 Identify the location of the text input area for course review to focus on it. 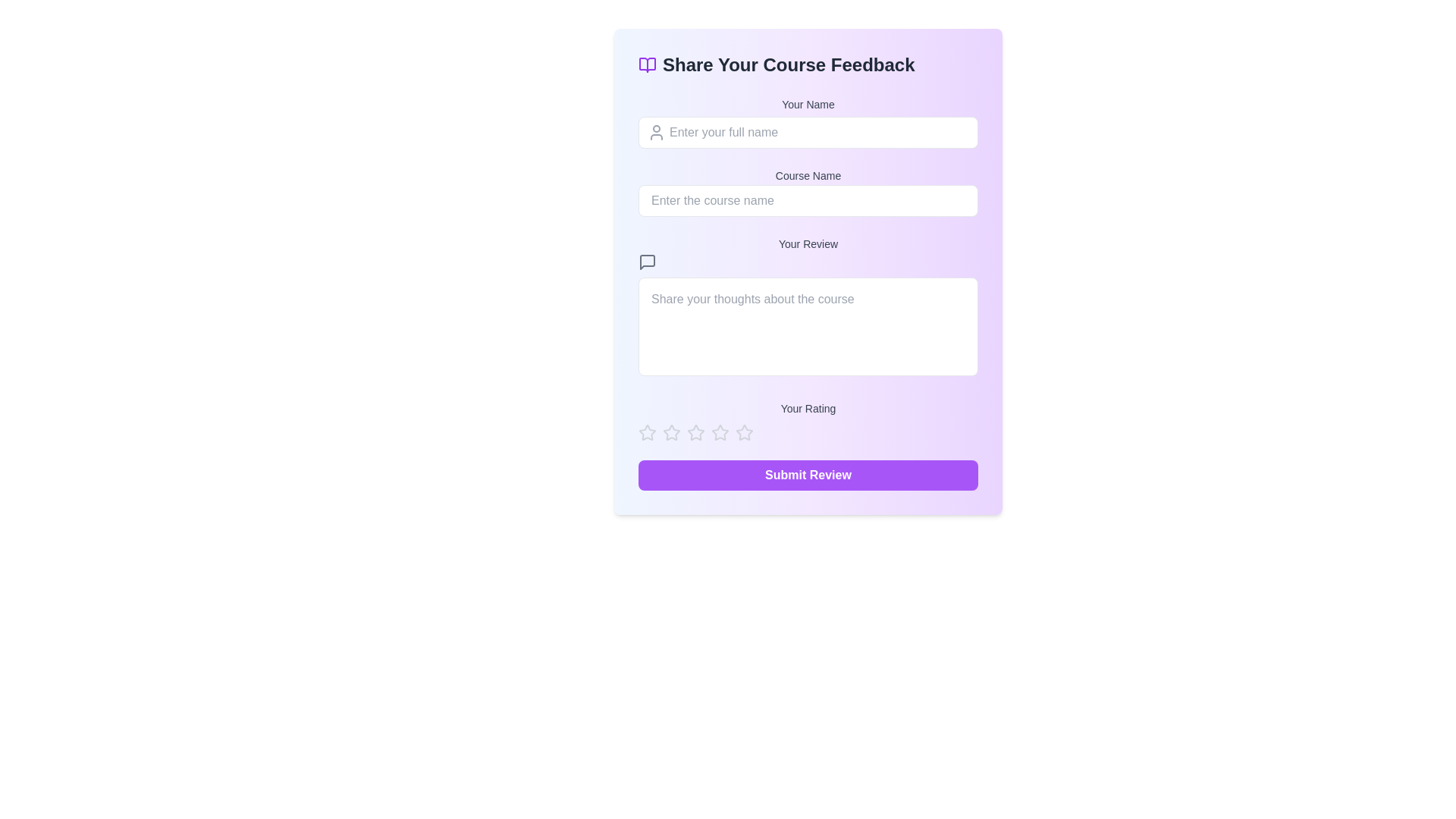
(807, 307).